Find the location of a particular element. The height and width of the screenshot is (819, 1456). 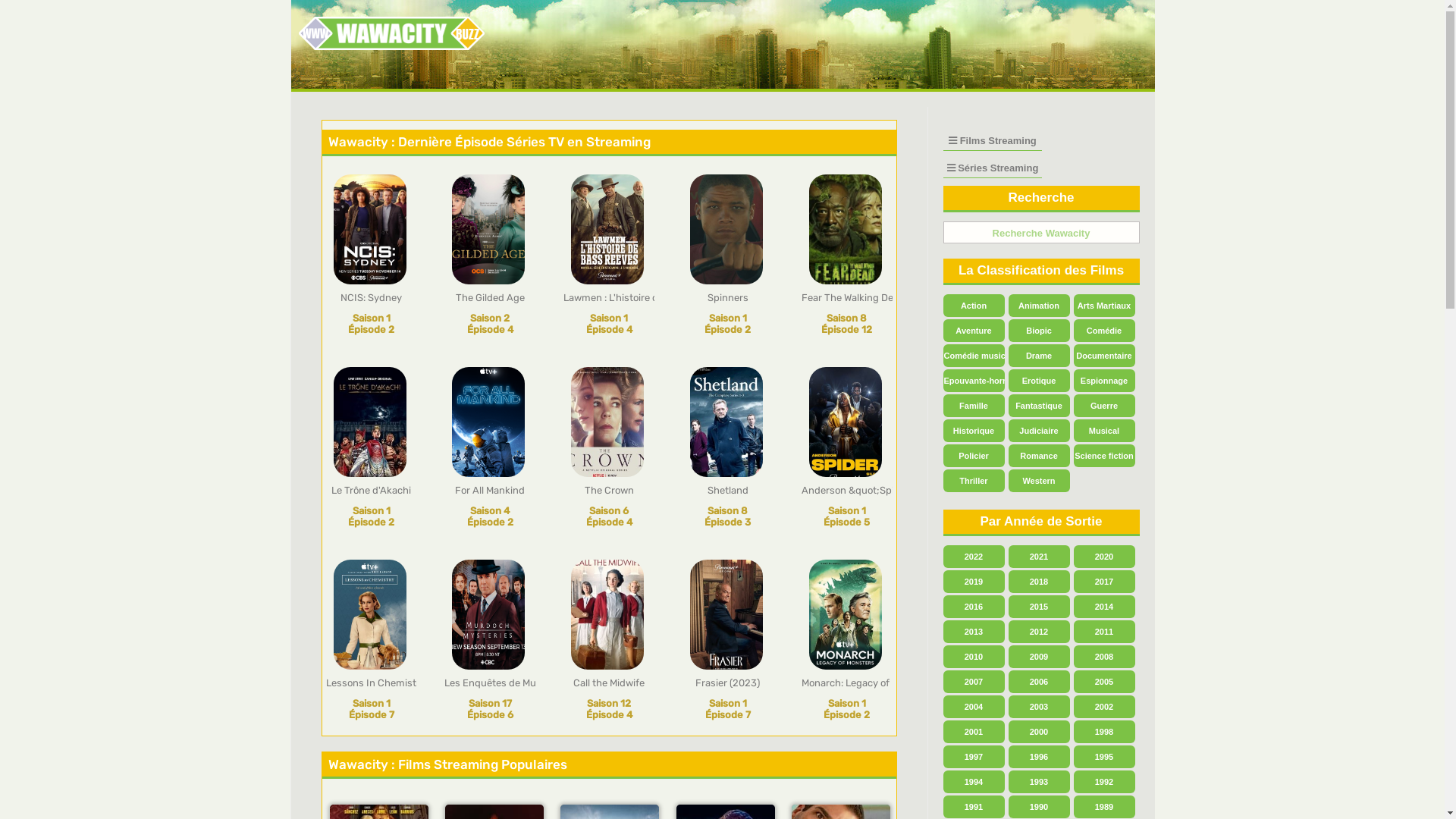

'Epouvante-horreur' is located at coordinates (942, 379).